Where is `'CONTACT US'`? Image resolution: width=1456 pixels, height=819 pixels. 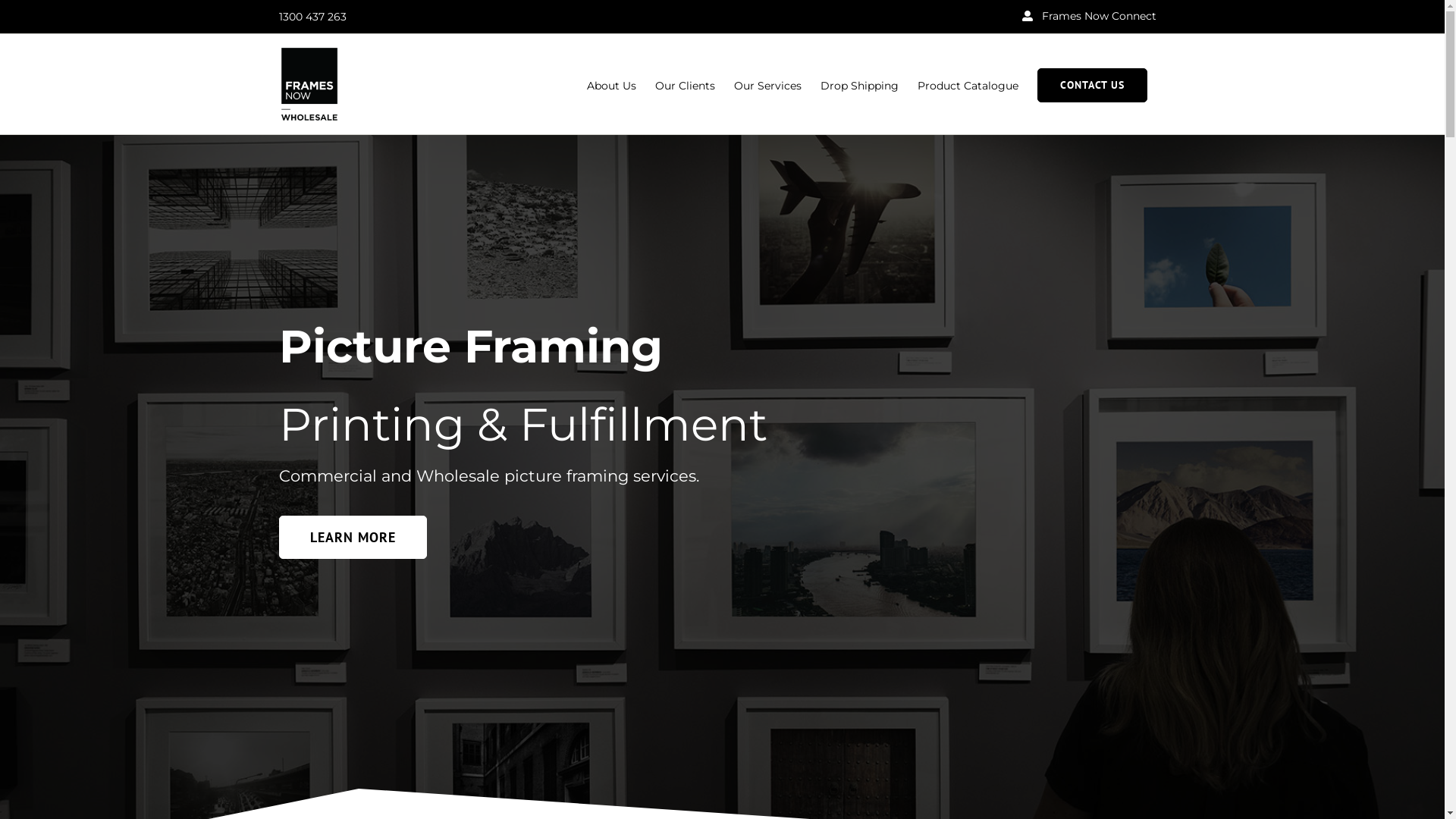
'CONTACT US' is located at coordinates (1092, 84).